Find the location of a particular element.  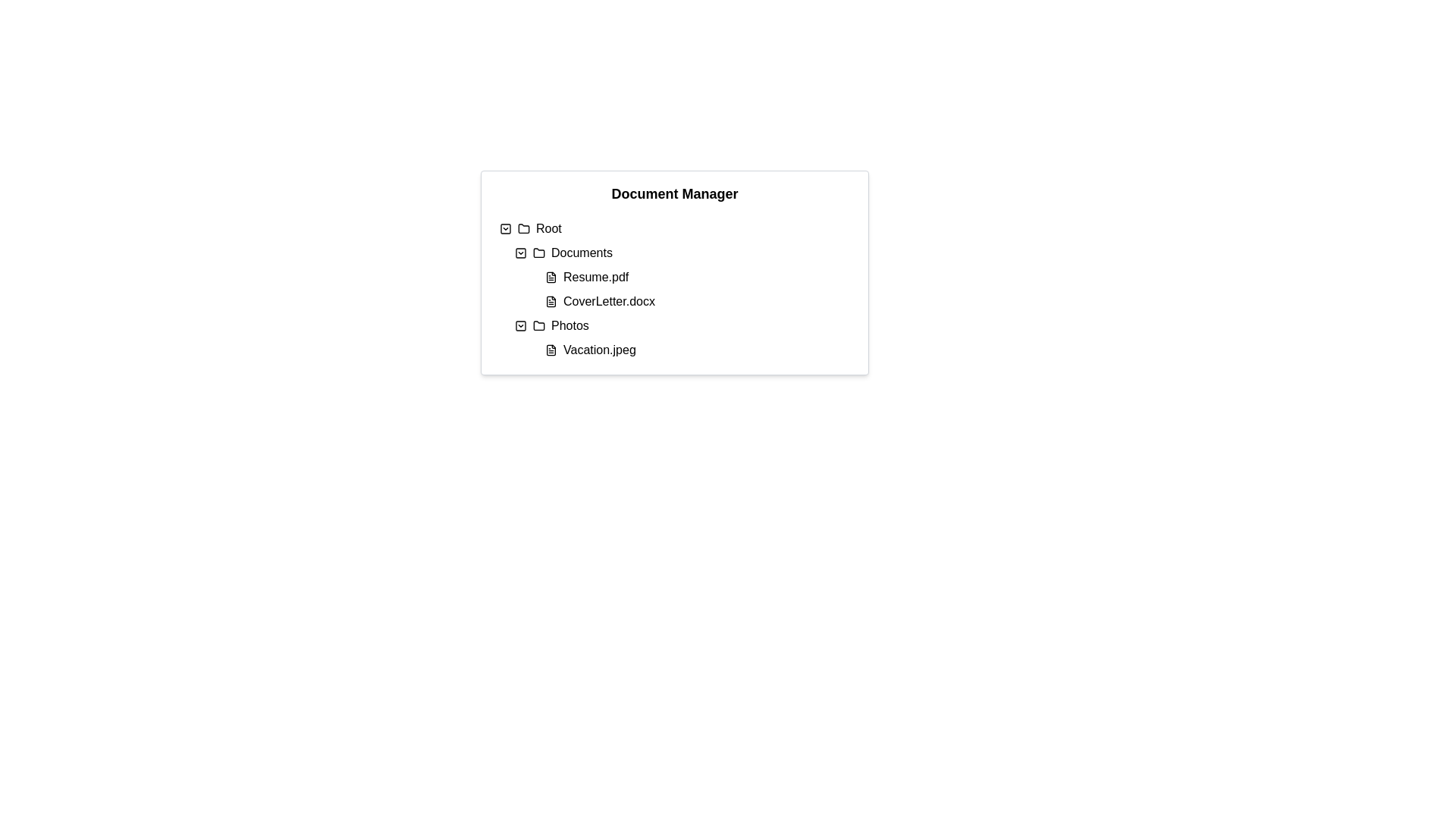

the static text label displaying 'Resume.pdf' is located at coordinates (595, 278).